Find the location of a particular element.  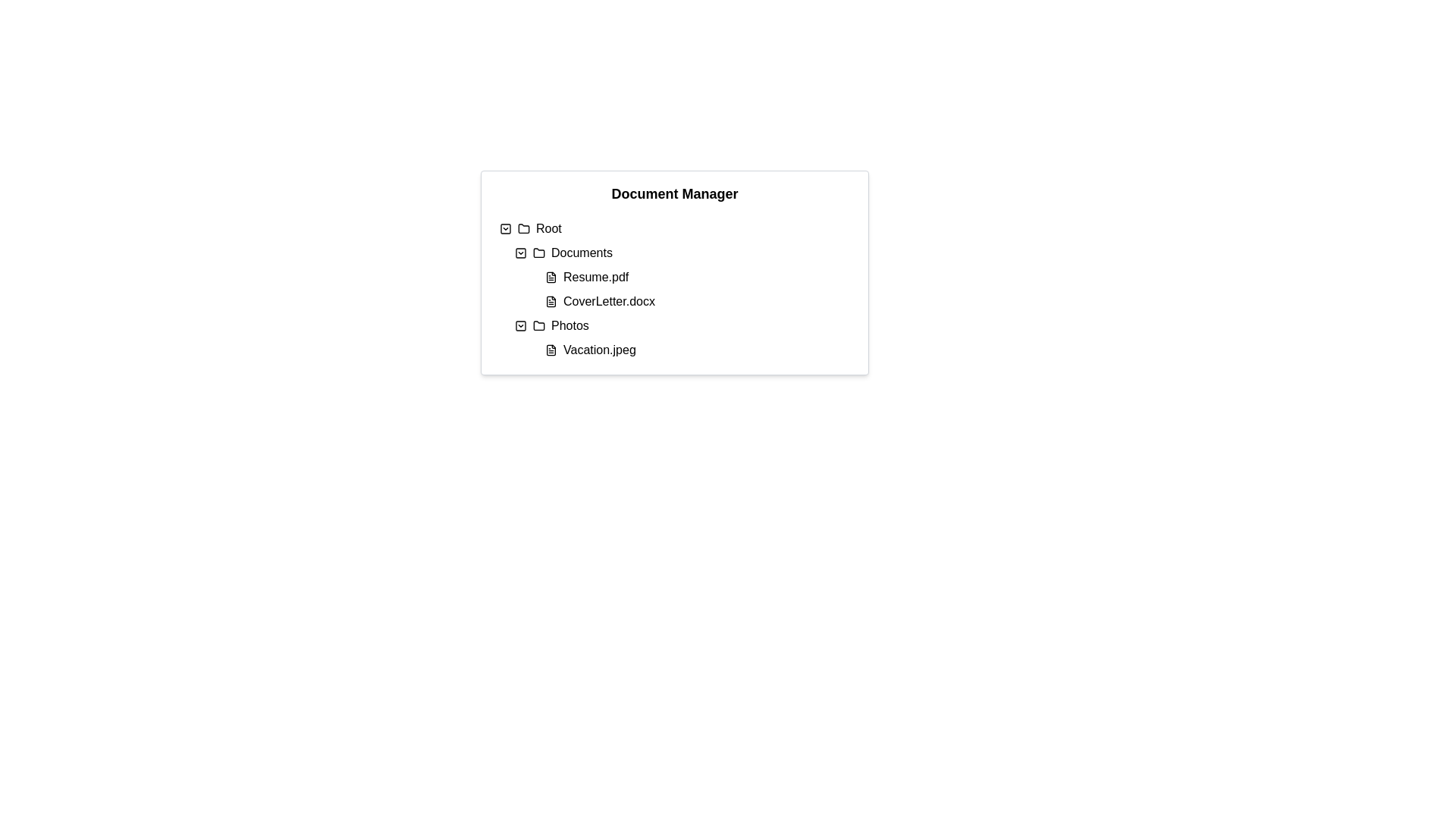

the static text label displaying 'Resume.pdf' is located at coordinates (595, 278).